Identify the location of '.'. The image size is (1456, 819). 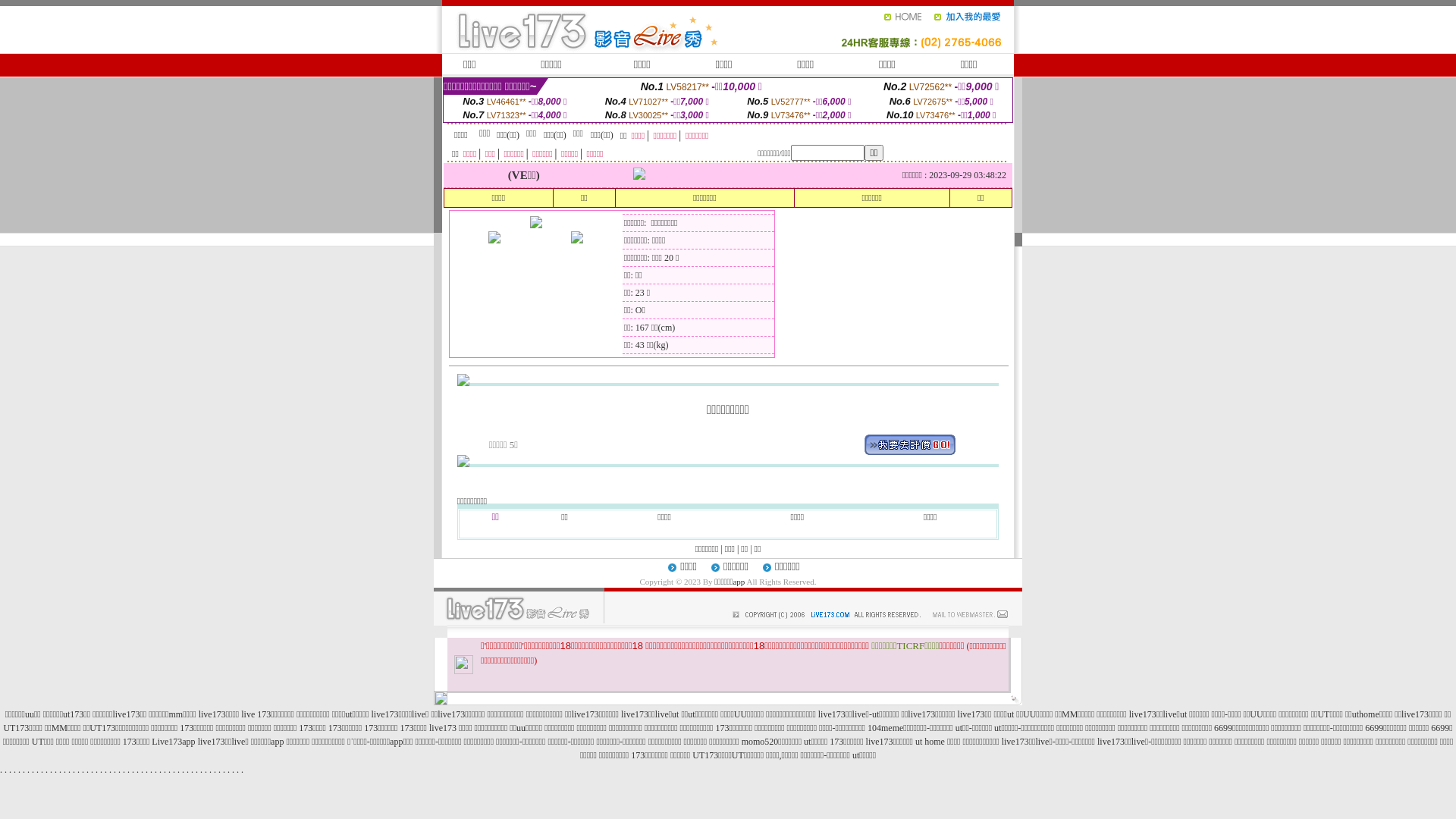
(81, 769).